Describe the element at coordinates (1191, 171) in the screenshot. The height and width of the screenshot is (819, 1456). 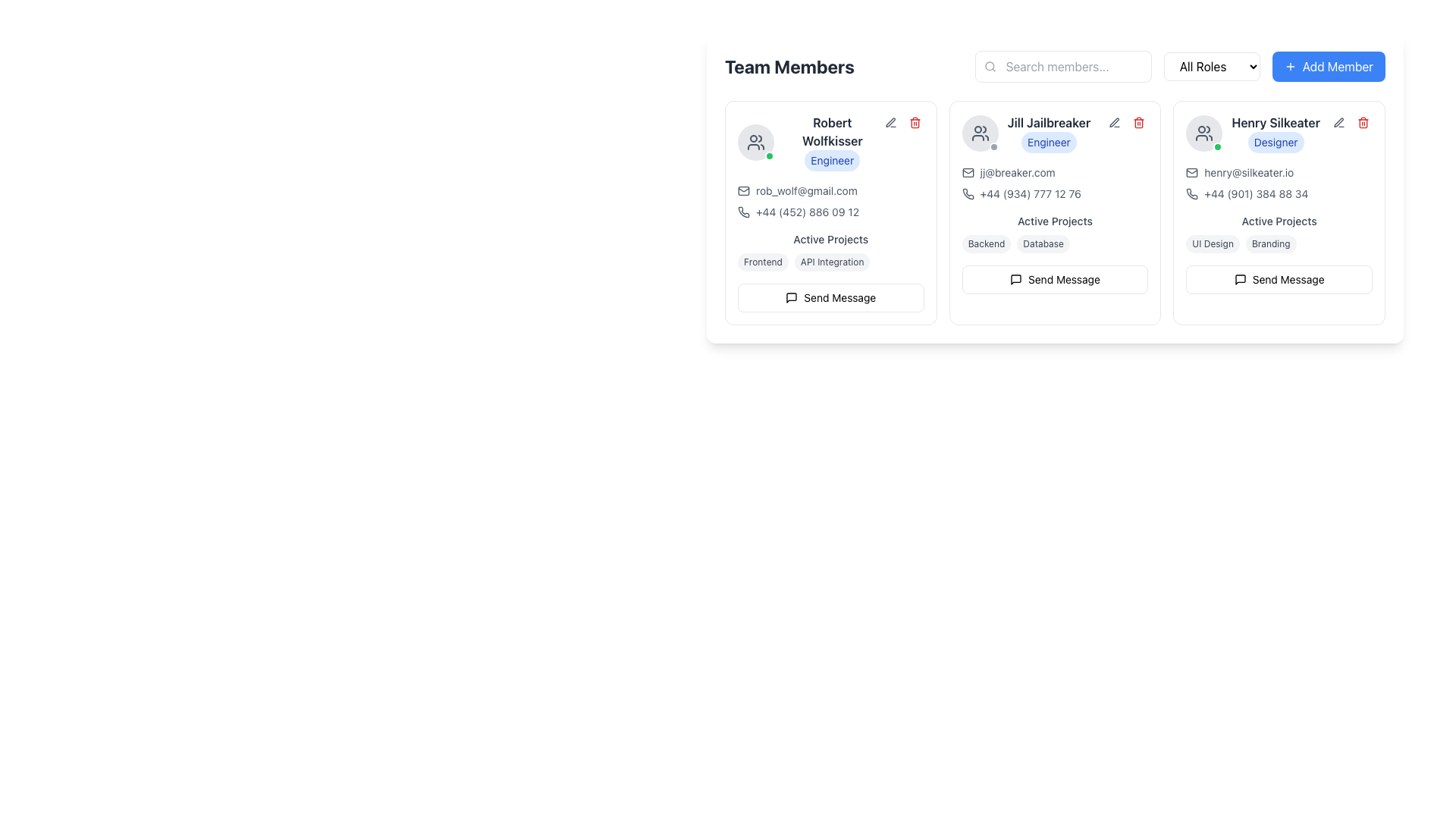
I see `the small envelope icon representing the mail symbol located to the left of the email address 'henry@silkeater.io' in the user profile section labeled 'Henry Silkeater'` at that location.